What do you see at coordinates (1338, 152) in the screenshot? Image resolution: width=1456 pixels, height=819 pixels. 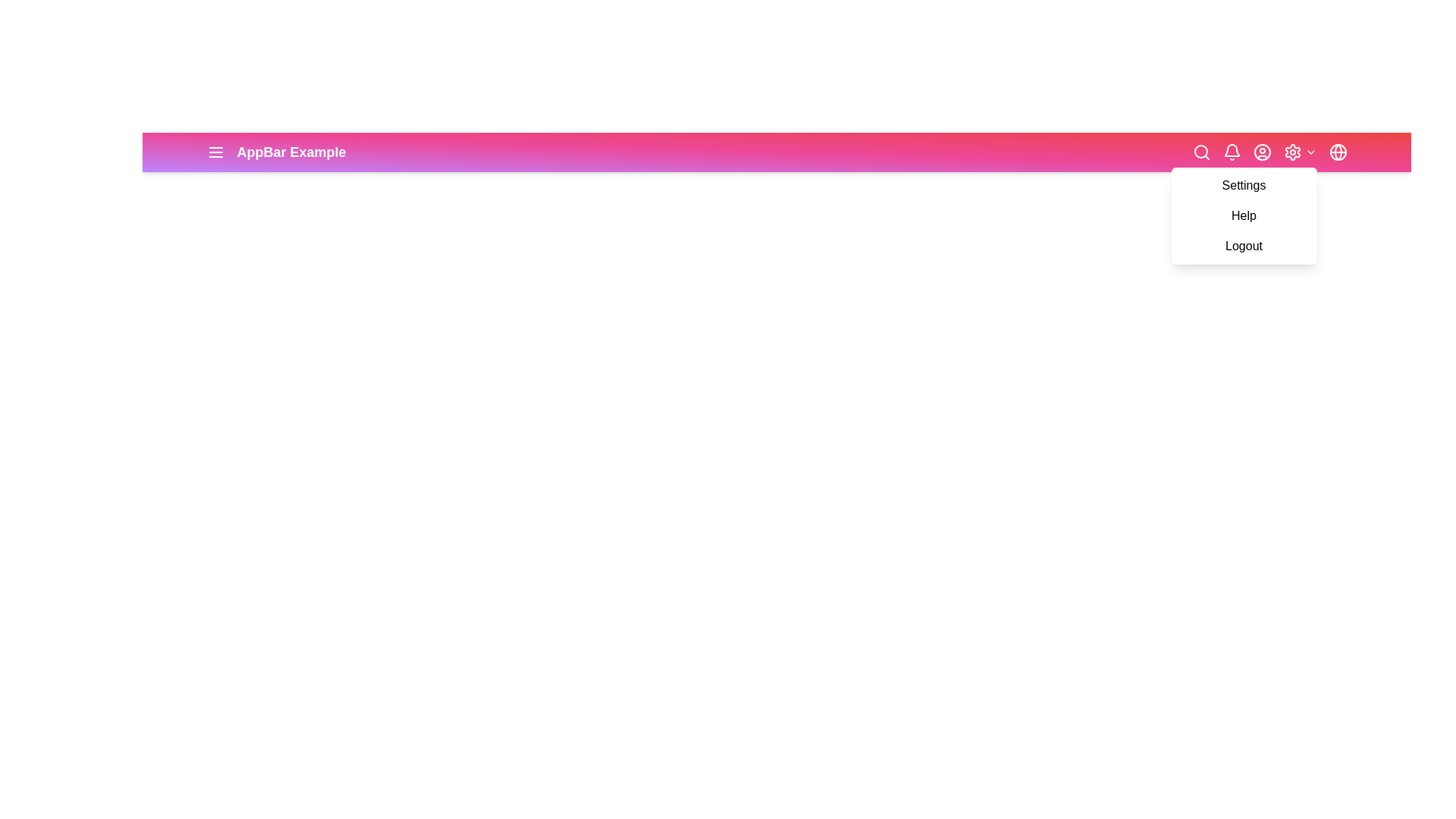 I see `the globe button to trigger its associated action` at bounding box center [1338, 152].